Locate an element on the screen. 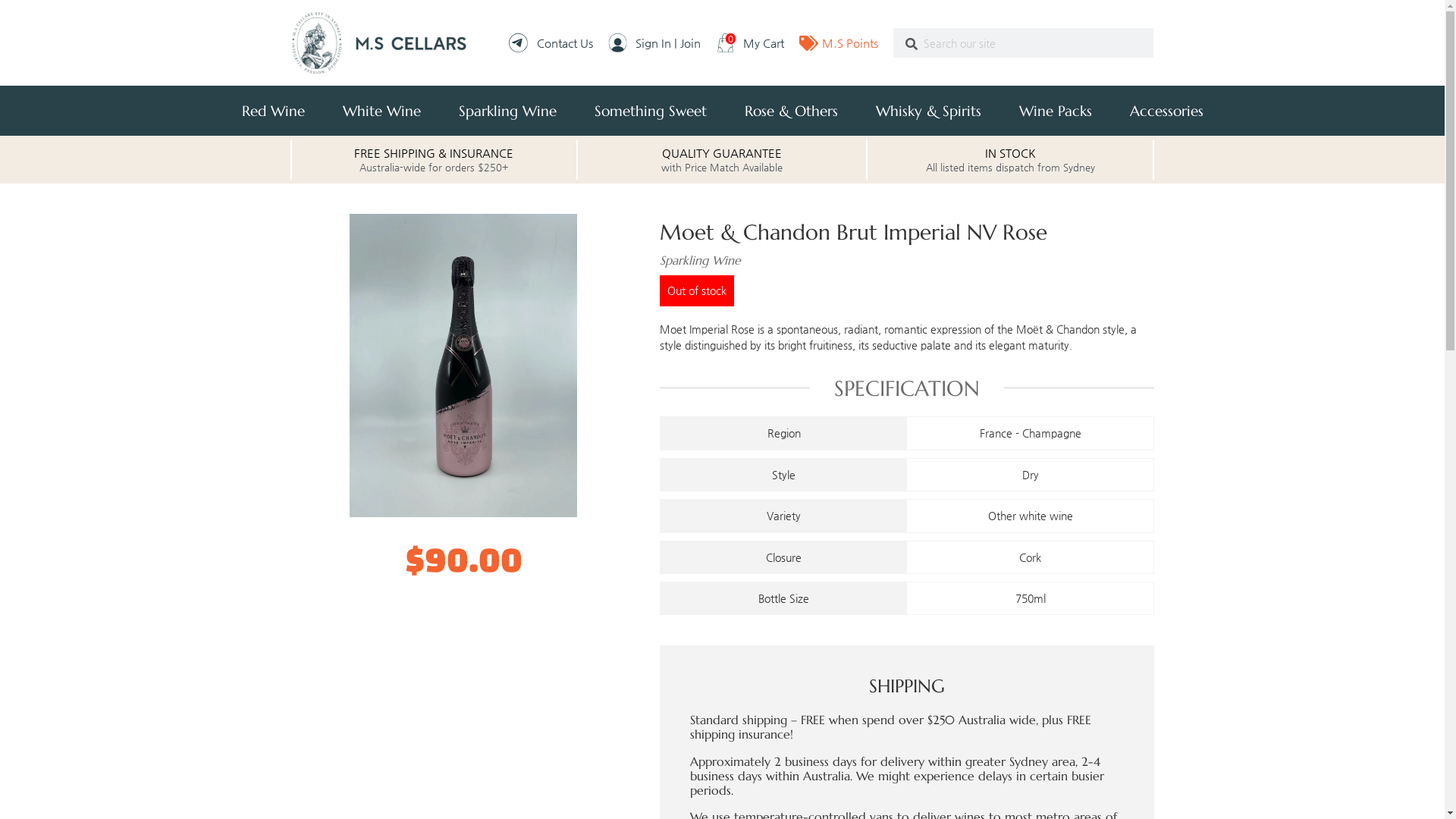  'Red Wine' is located at coordinates (273, 110).